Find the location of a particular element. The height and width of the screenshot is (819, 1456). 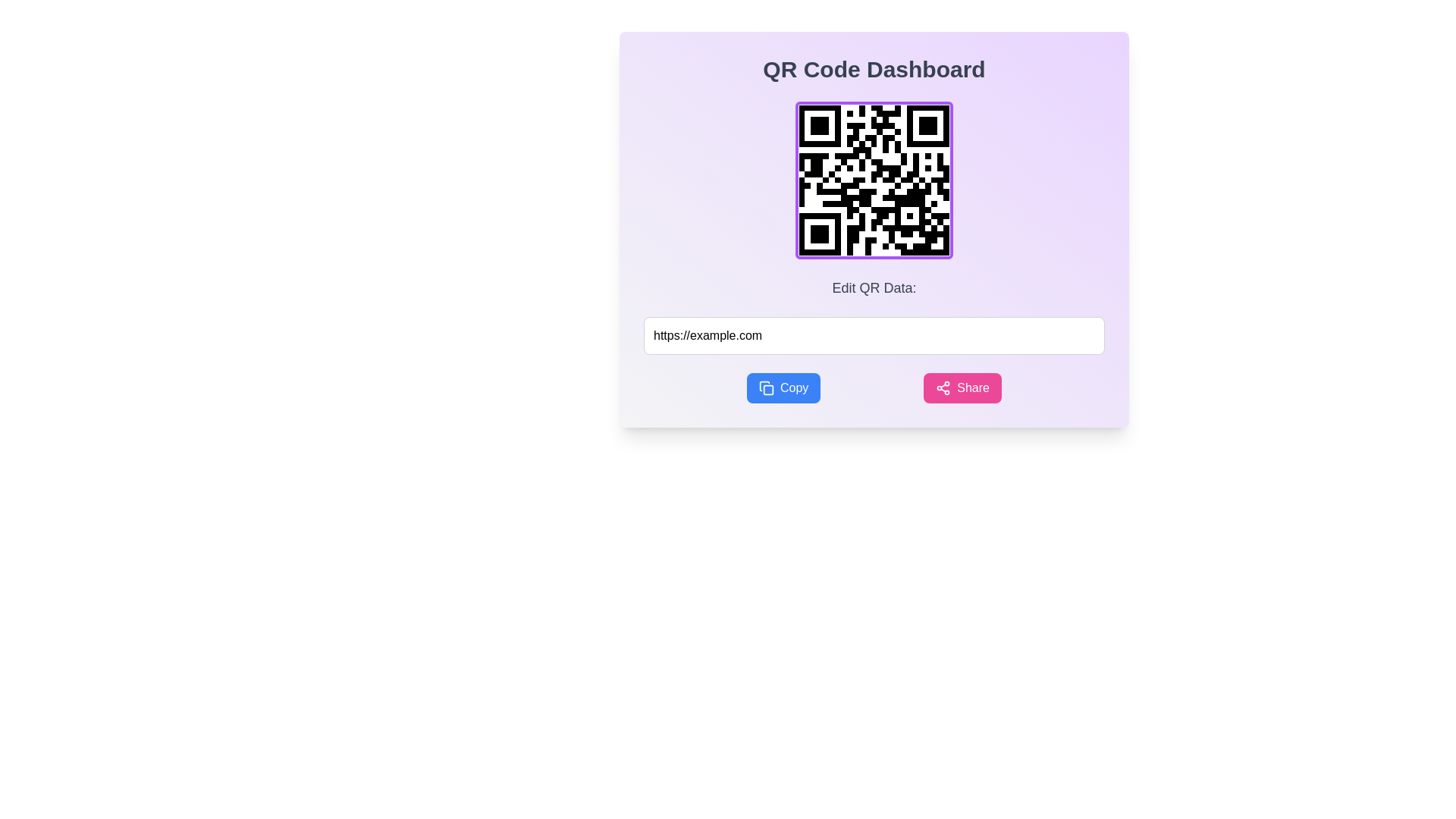

the QR code image located centrally below the 'QR Code Dashboard' heading and above the 'Edit QR Data:' text input field is located at coordinates (874, 180).